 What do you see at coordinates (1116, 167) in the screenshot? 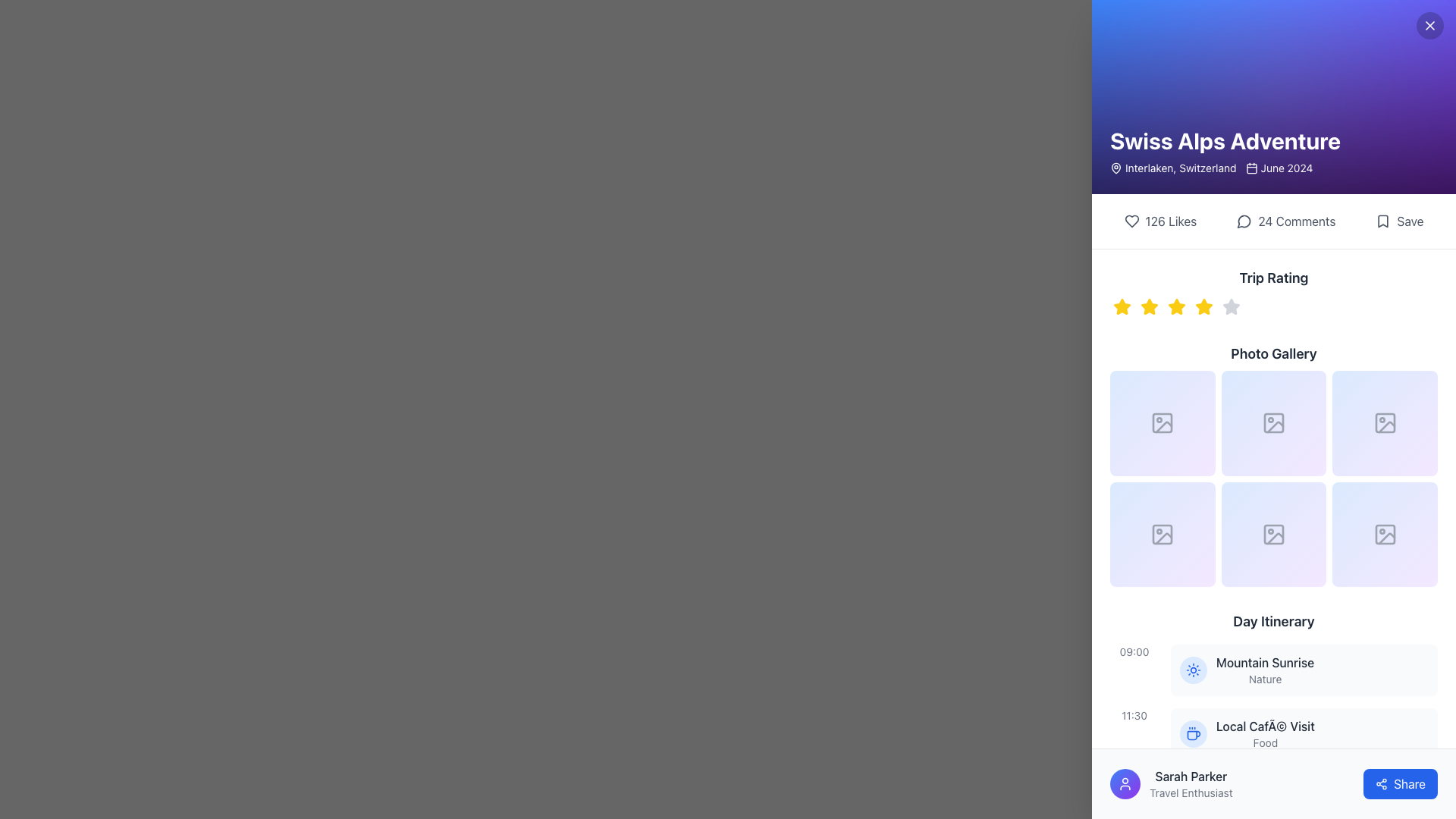
I see `the Map Pin Icon located near the top left corner of the right pane, just to the left of the text 'Interlaken, Switzerland'` at bounding box center [1116, 167].